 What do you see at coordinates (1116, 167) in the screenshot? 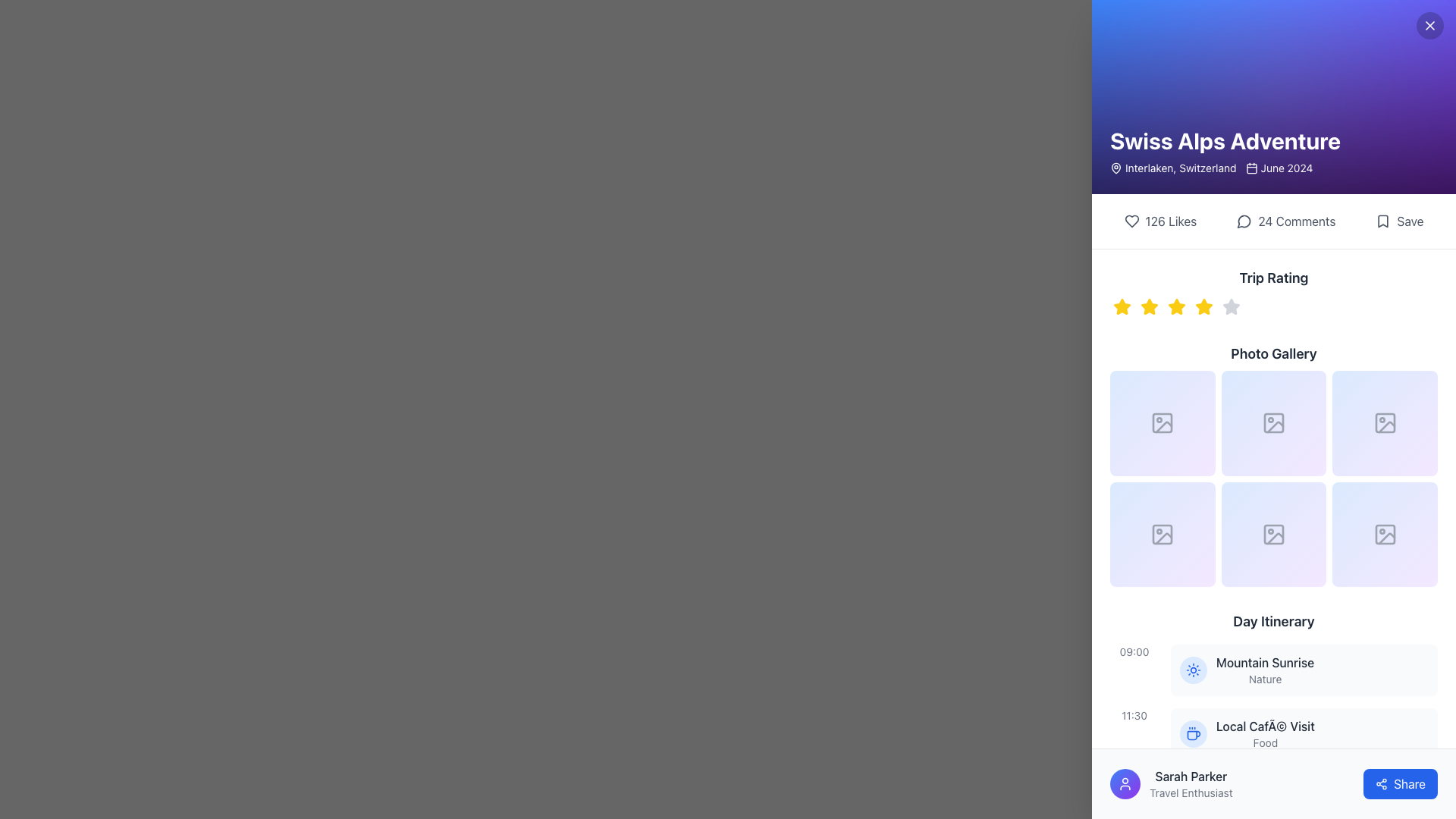
I see `the Map Pin Icon located near the top left corner of the right pane, just to the left of the text 'Interlaken, Switzerland'` at bounding box center [1116, 167].